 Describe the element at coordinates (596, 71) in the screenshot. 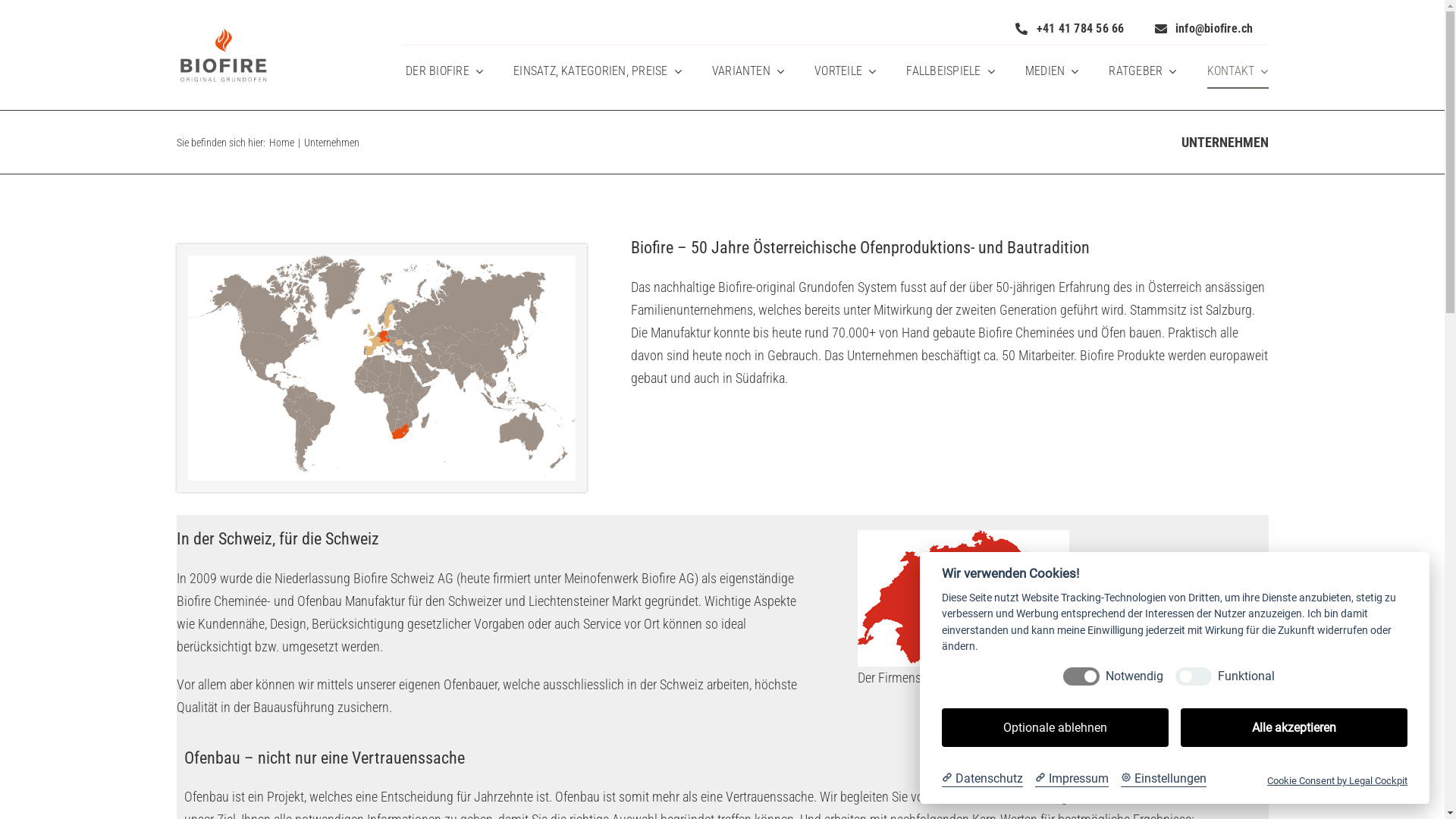

I see `'EINSATZ, KATEGORIEN, PREISE'` at that location.